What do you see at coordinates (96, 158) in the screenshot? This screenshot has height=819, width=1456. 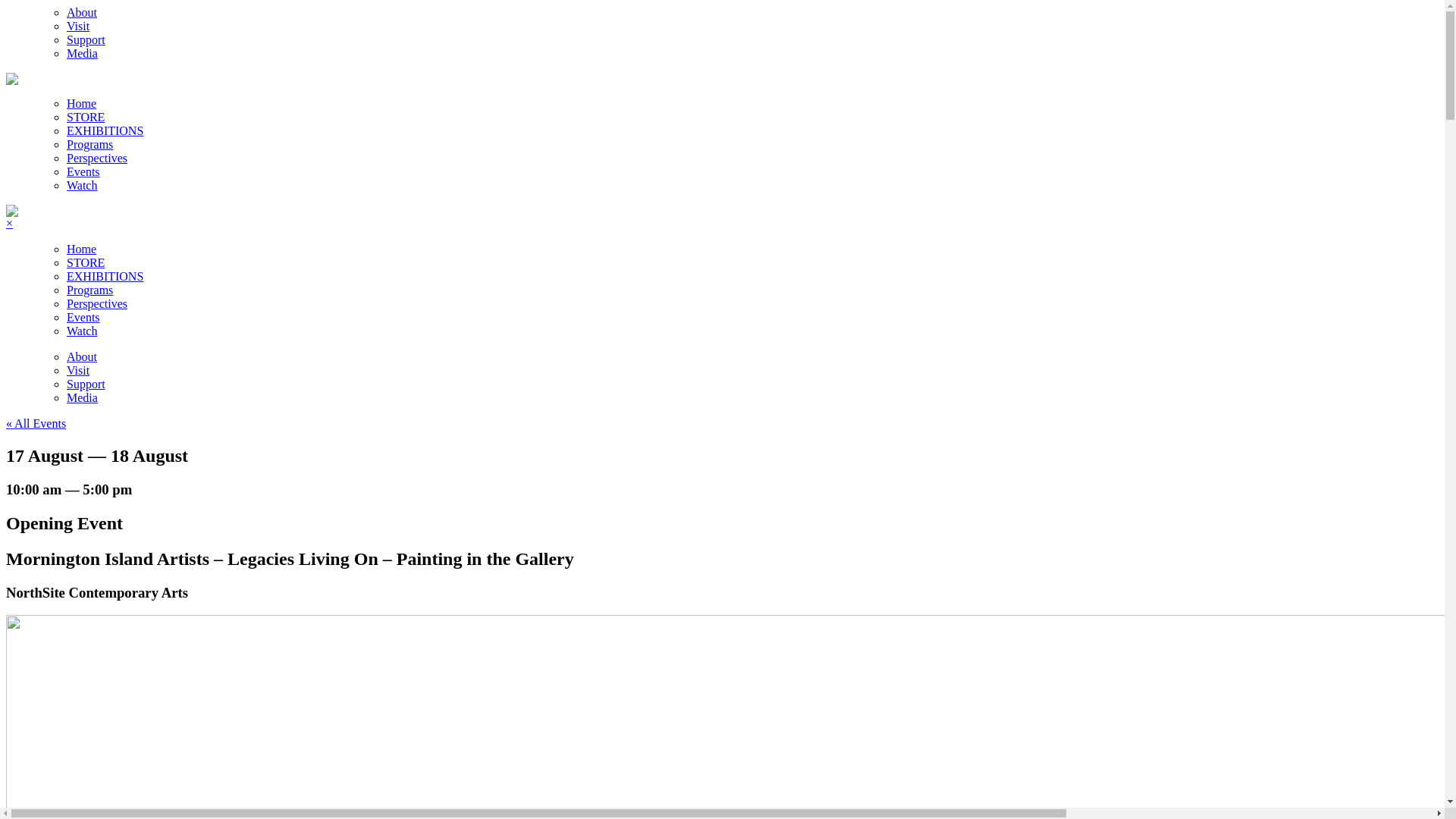 I see `'Perspectives'` at bounding box center [96, 158].